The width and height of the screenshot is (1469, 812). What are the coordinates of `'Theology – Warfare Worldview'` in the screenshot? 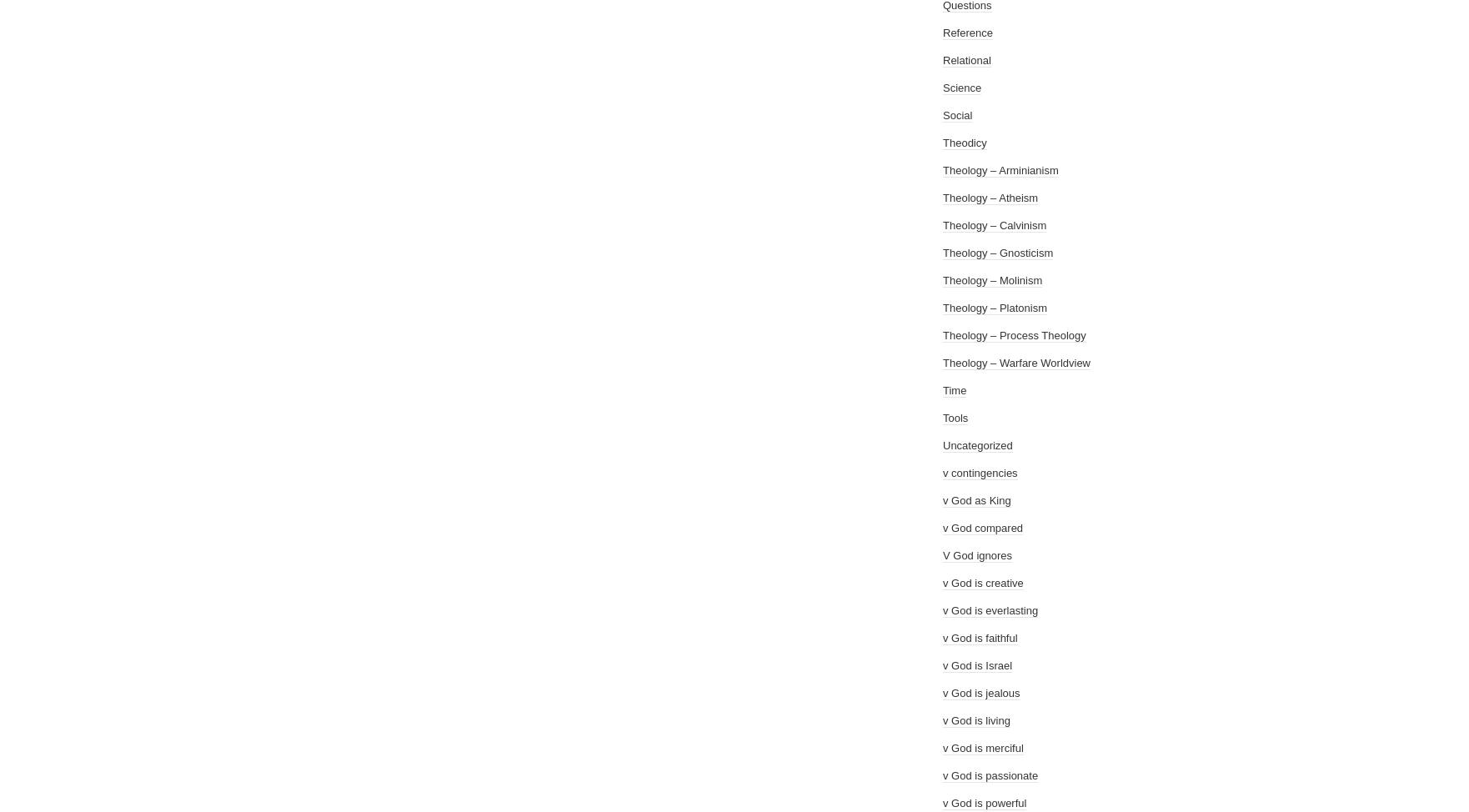 It's located at (1016, 362).